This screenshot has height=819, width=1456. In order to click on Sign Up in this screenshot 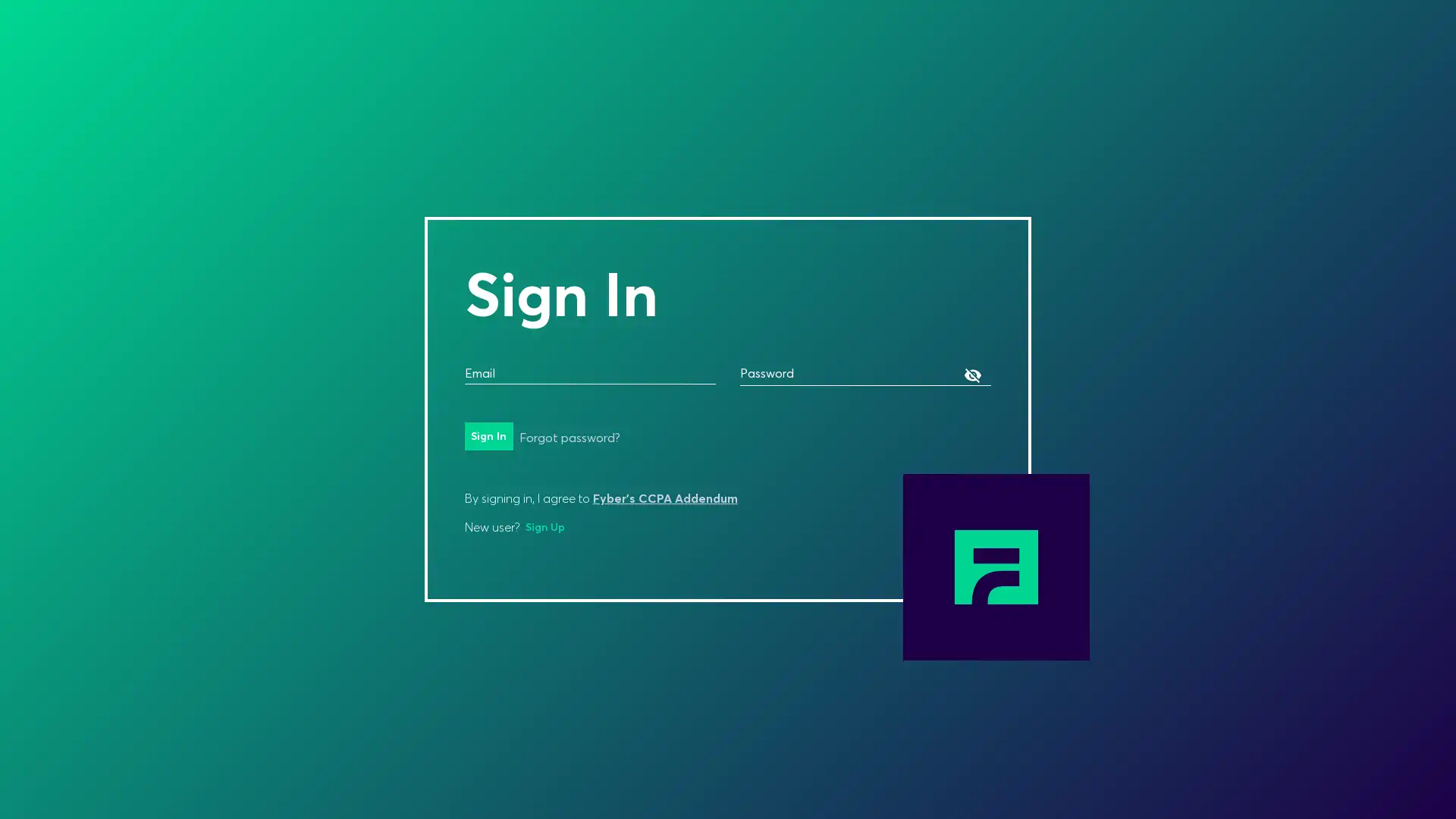, I will do `click(544, 526)`.